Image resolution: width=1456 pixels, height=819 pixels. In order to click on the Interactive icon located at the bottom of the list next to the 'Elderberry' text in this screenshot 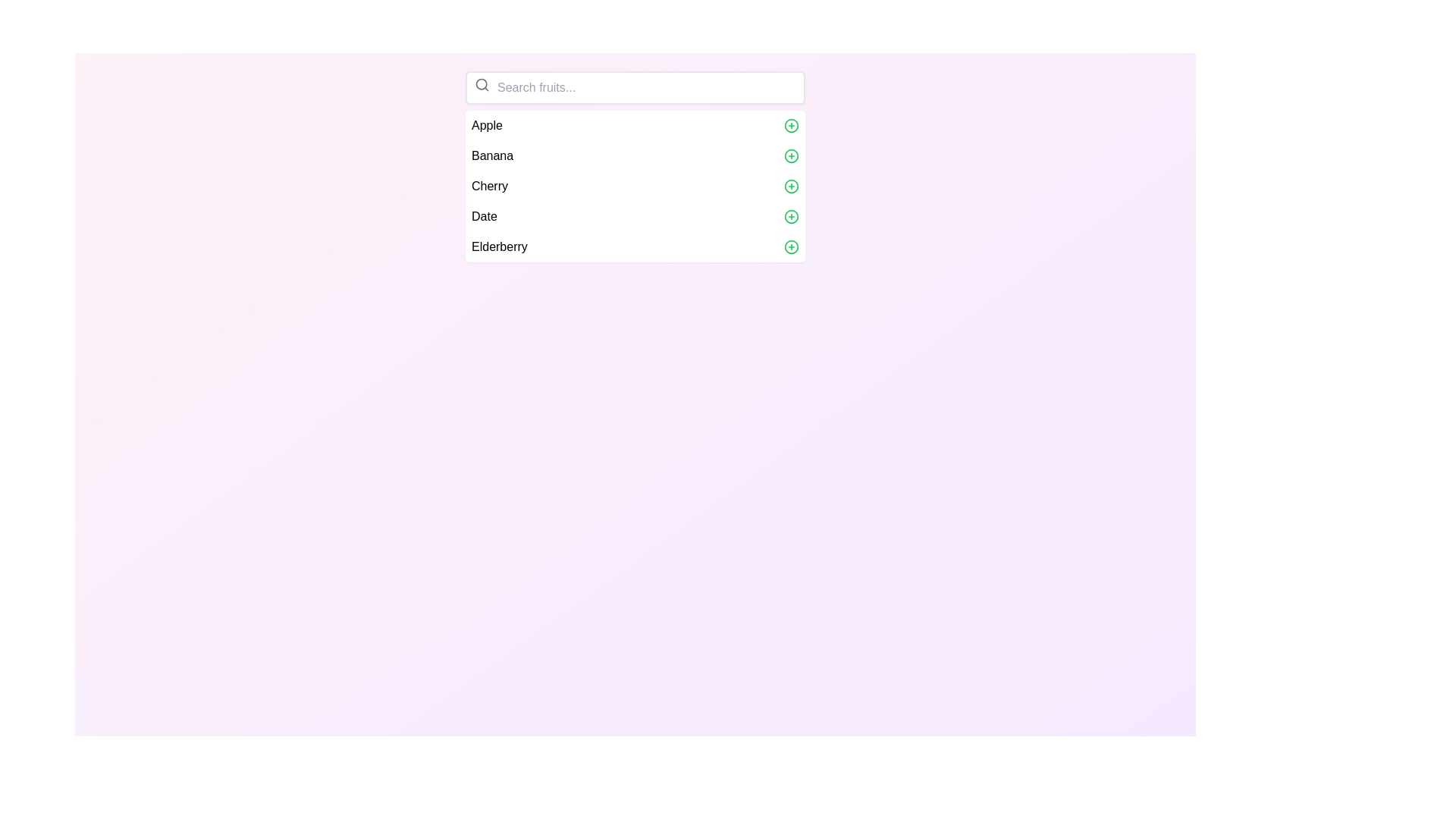, I will do `click(790, 246)`.